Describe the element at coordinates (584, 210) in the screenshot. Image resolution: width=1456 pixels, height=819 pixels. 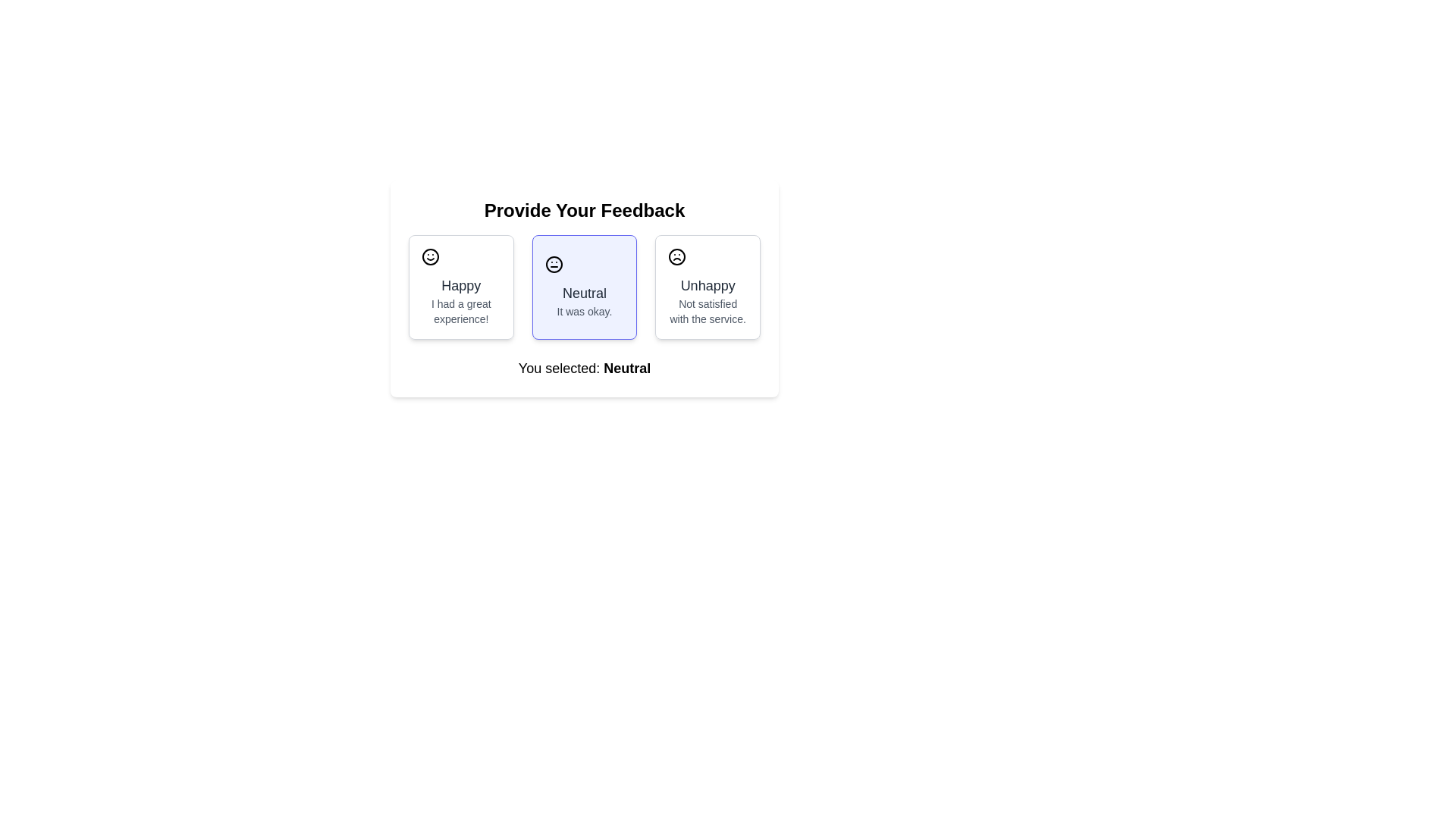
I see `header title 'Provide Your Feedback' located at the top of the feedback section, which is prominently styled in bold and large font` at that location.